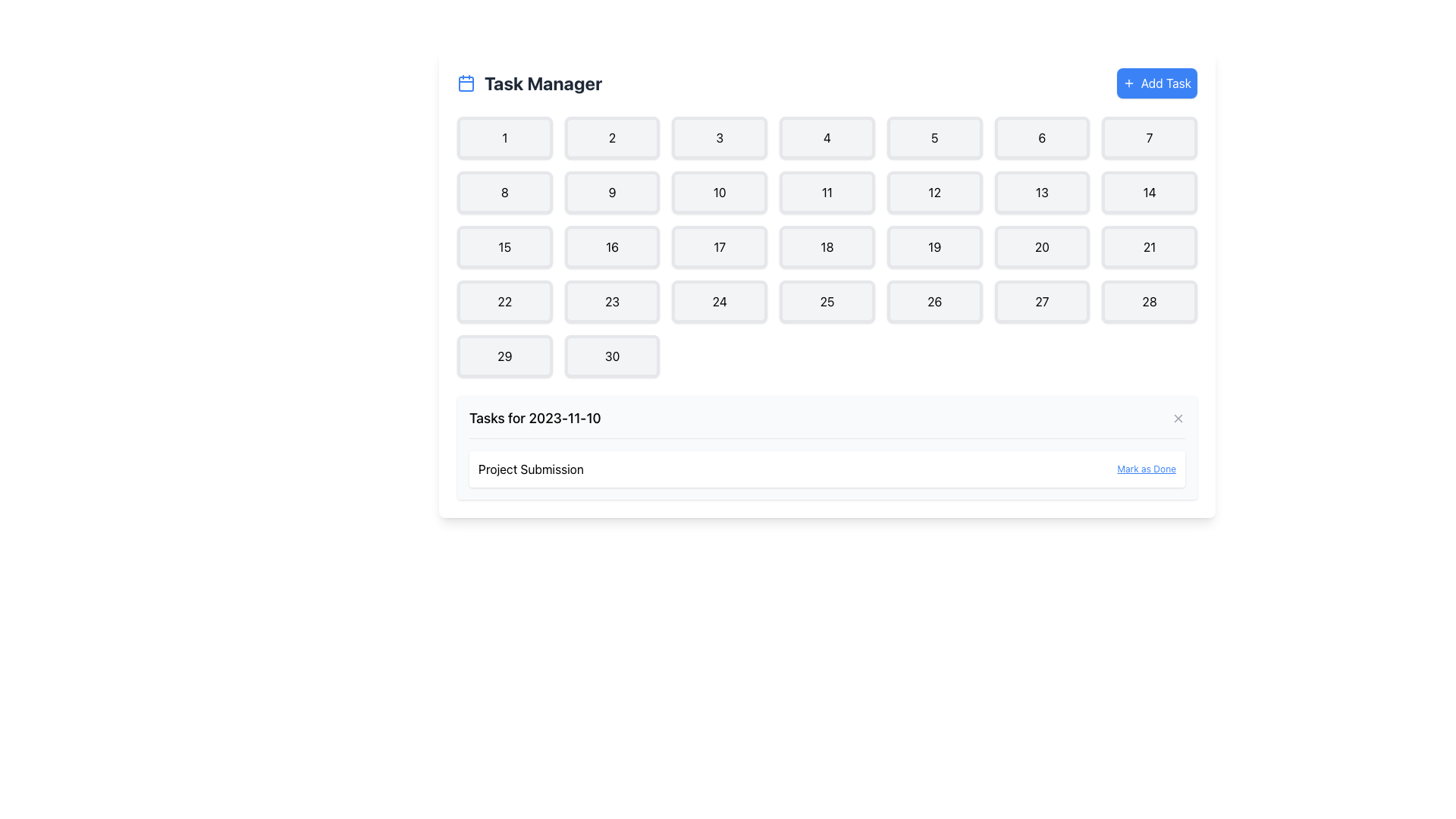 Image resolution: width=1456 pixels, height=819 pixels. Describe the element at coordinates (826, 192) in the screenshot. I see `the interactive button representing the date '11' in the calendar interface` at that location.